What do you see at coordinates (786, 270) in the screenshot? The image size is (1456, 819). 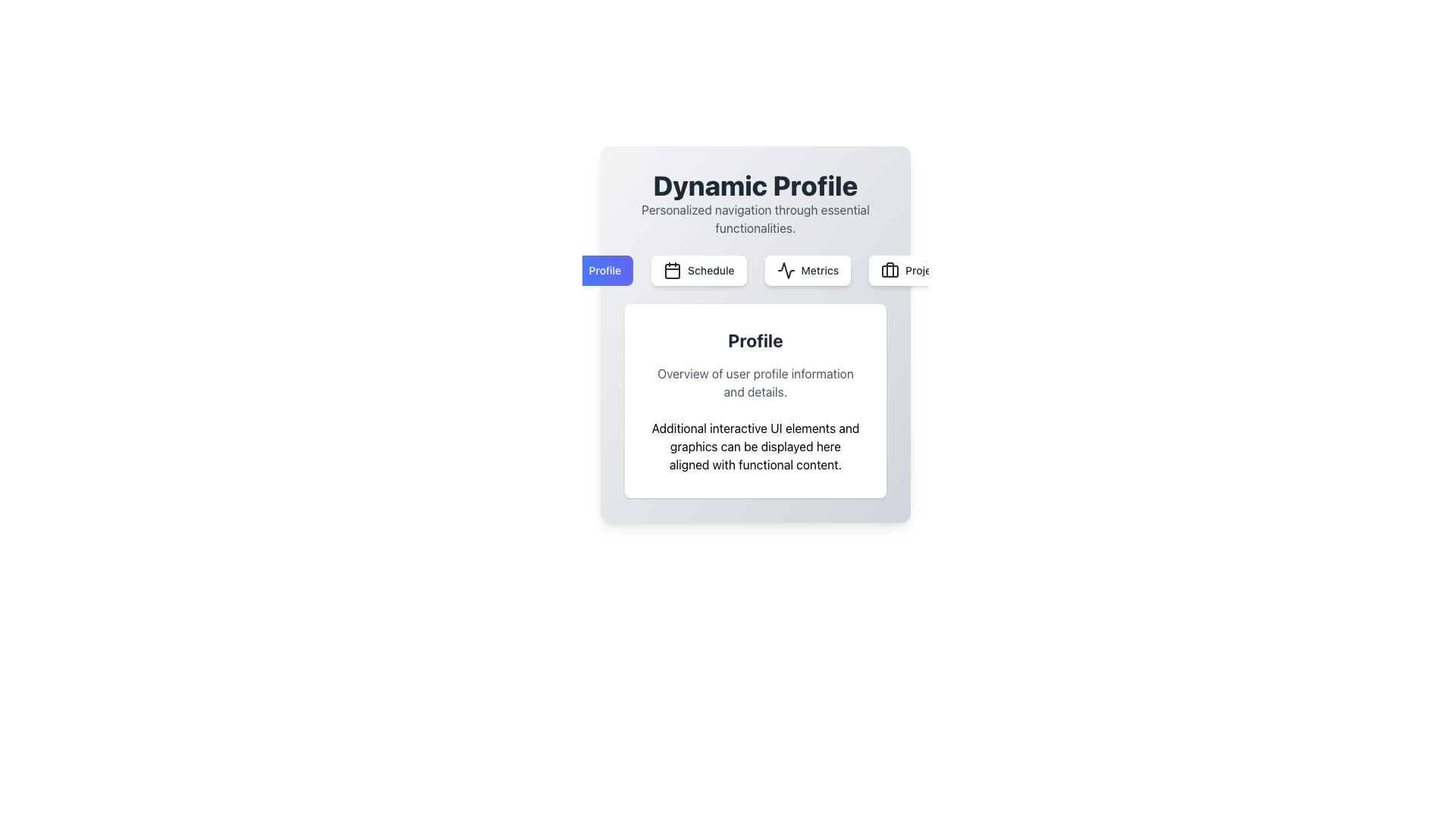 I see `the 'Metrics' icon in the navigation bar located near the top-center of the 'Dynamic Profile' content card` at bounding box center [786, 270].